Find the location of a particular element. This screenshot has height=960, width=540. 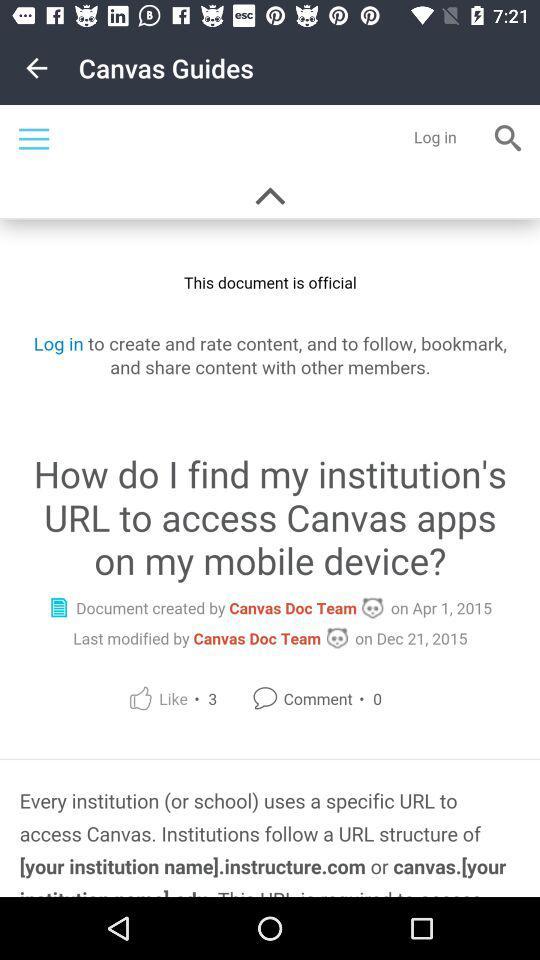

advertisement is located at coordinates (270, 500).